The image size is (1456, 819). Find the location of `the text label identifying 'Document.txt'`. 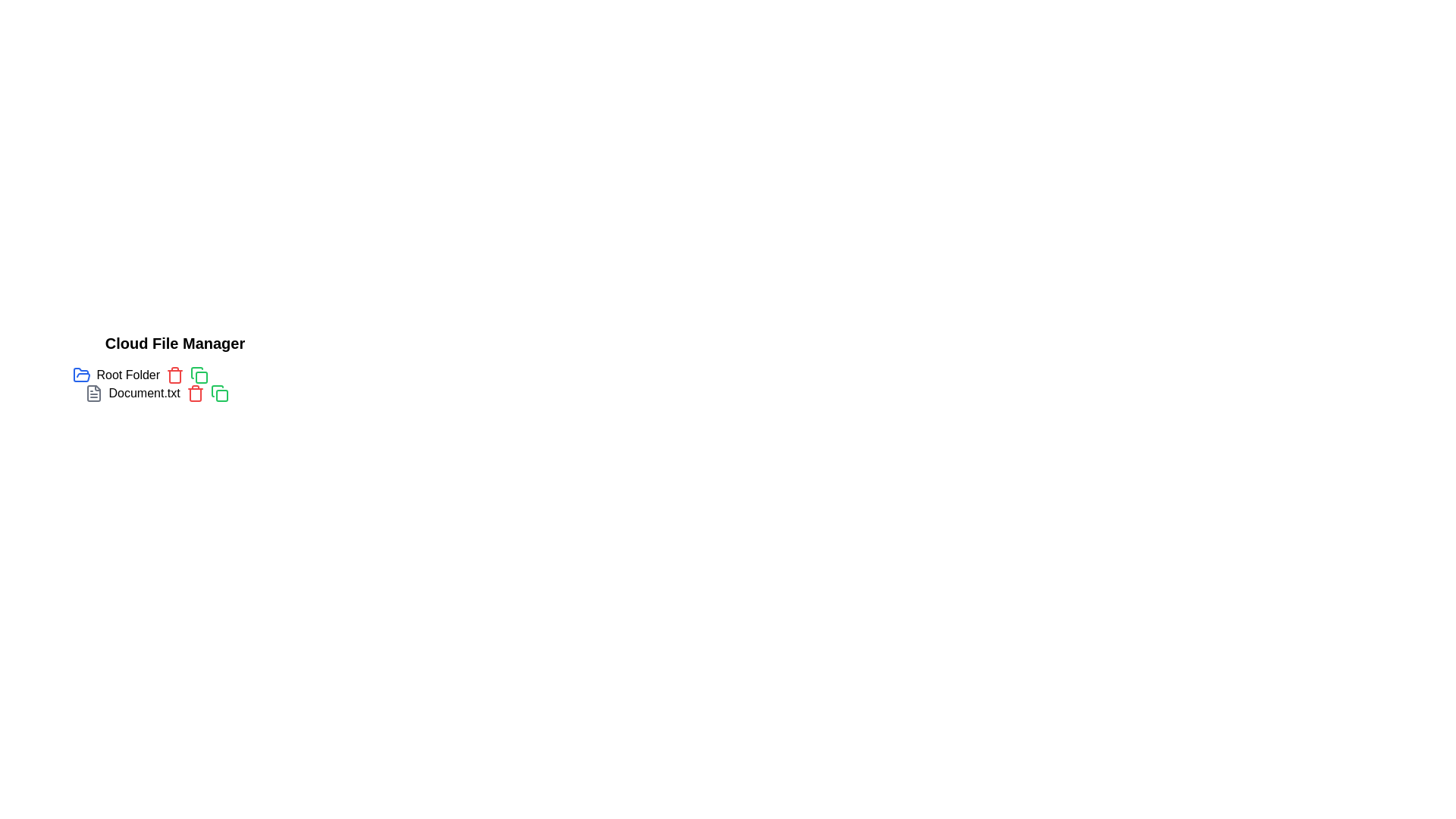

the text label identifying 'Document.txt' is located at coordinates (144, 393).